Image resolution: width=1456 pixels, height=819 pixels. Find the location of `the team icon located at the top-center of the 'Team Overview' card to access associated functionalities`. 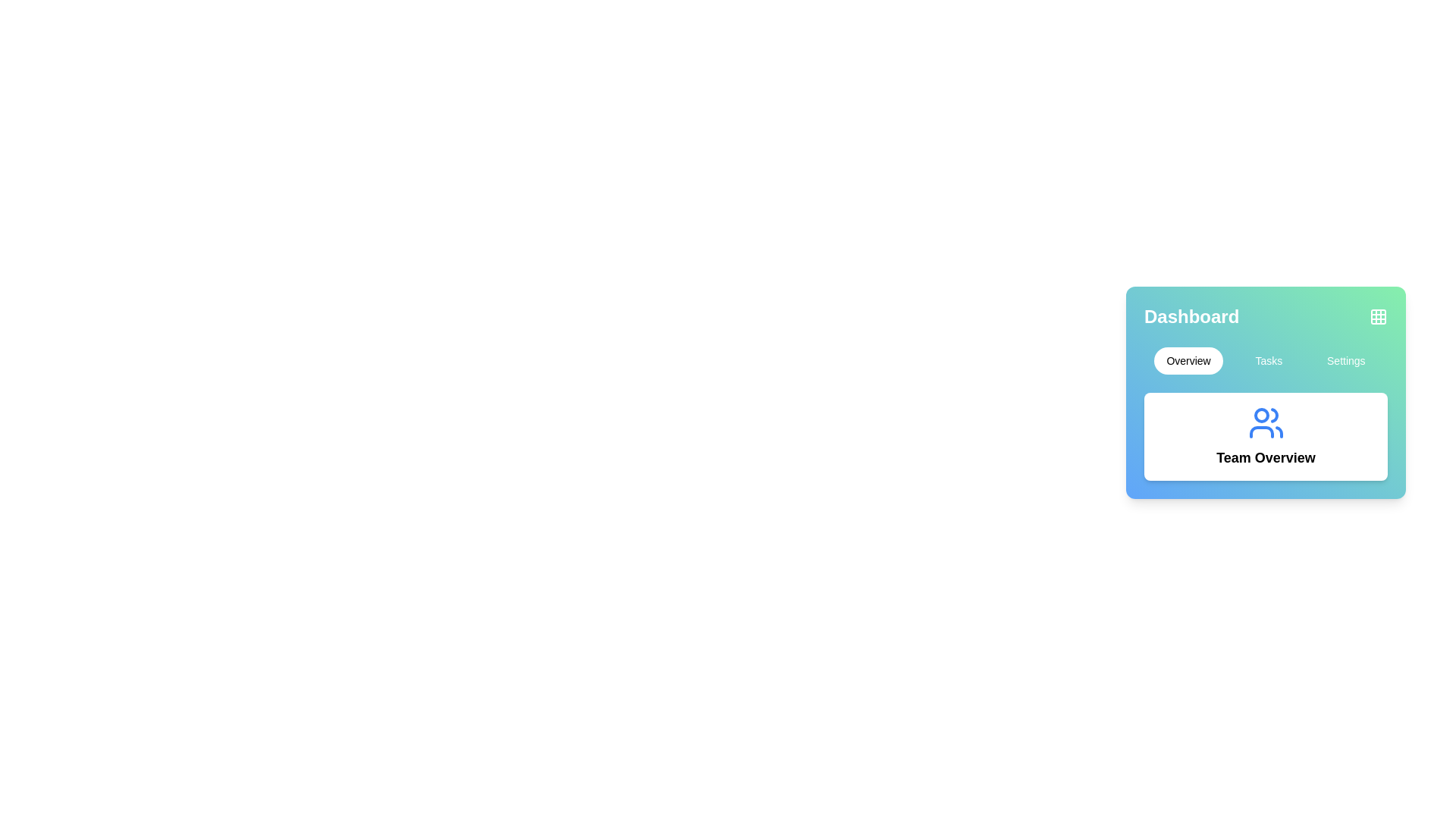

the team icon located at the top-center of the 'Team Overview' card to access associated functionalities is located at coordinates (1266, 423).